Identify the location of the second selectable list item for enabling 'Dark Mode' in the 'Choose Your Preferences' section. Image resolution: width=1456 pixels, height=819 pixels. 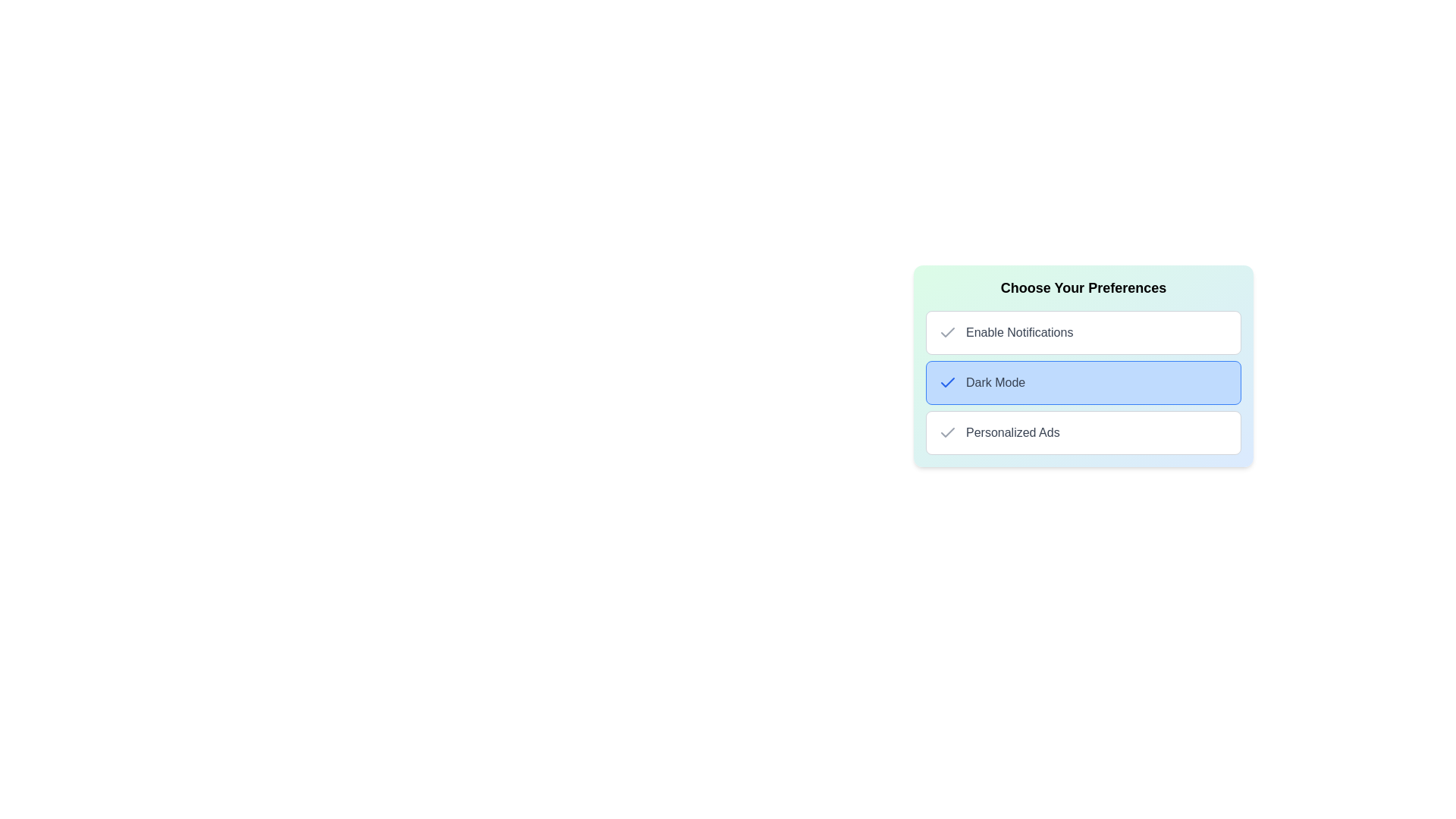
(1083, 382).